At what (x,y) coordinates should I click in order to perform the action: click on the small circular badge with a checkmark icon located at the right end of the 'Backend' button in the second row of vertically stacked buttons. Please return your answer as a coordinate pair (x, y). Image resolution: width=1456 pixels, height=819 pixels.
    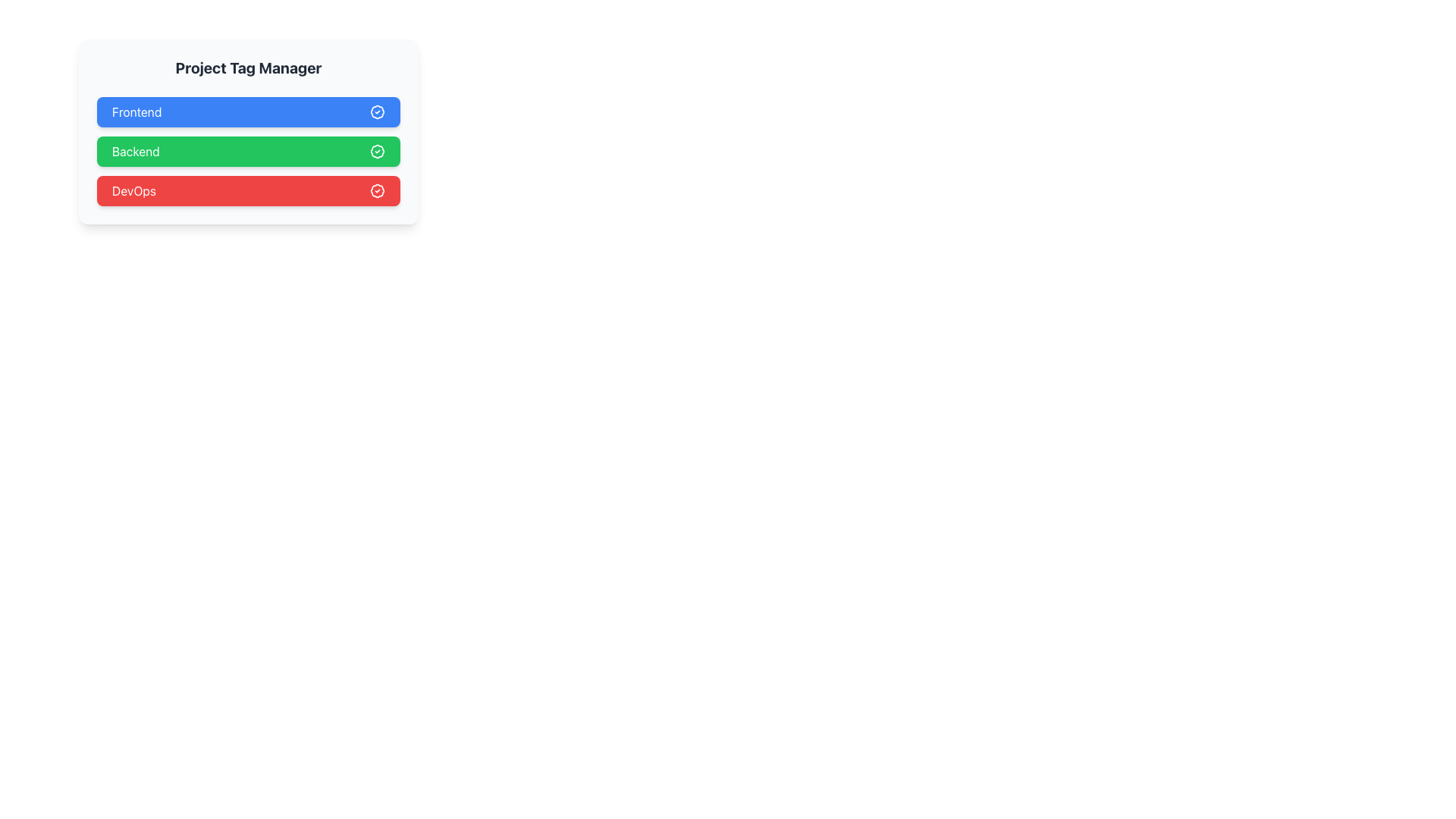
    Looking at the image, I should click on (378, 152).